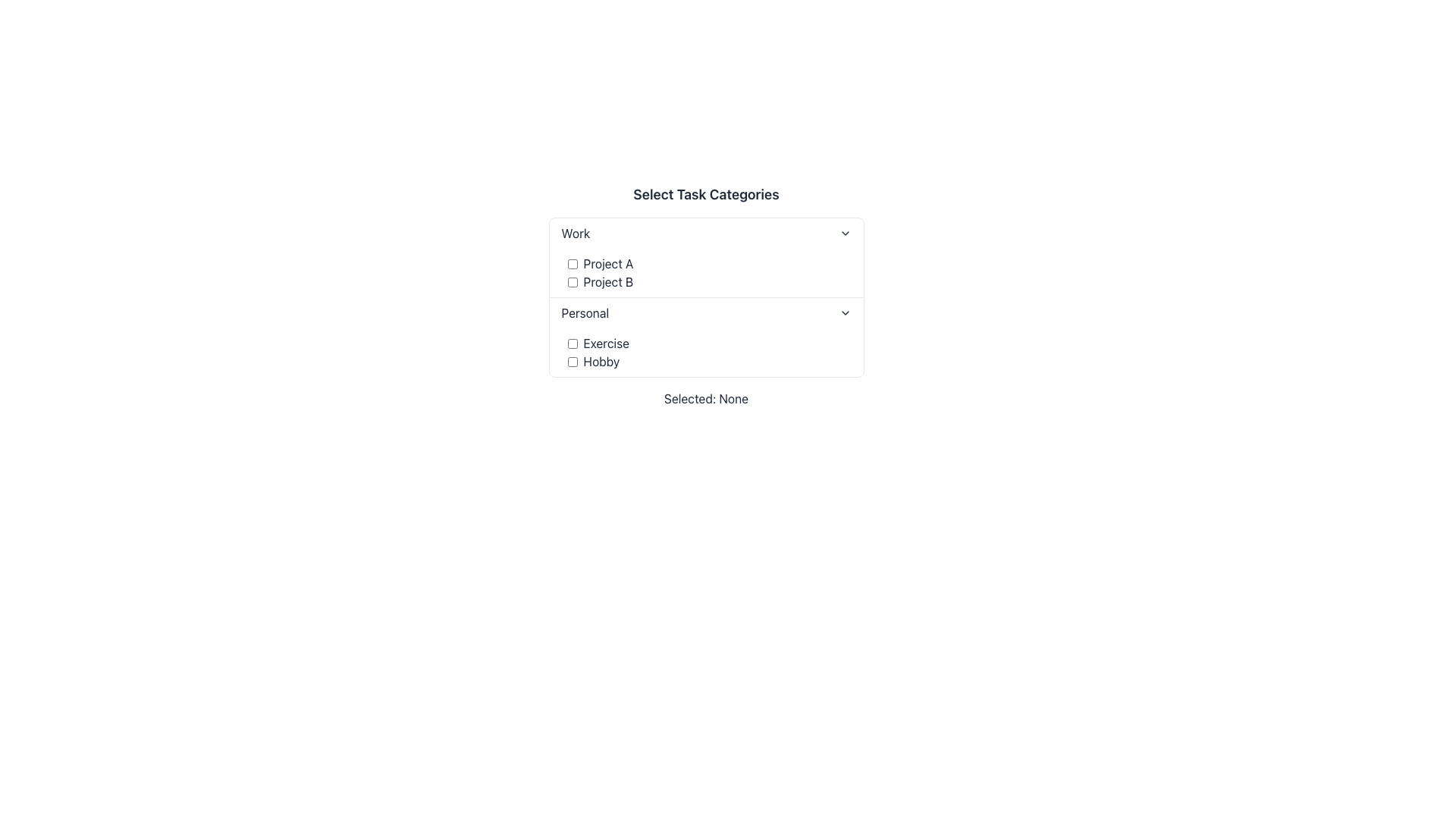 The image size is (1456, 819). Describe the element at coordinates (705, 353) in the screenshot. I see `the checkboxes in the 'Personal' group under 'Select Task Categories'` at that location.